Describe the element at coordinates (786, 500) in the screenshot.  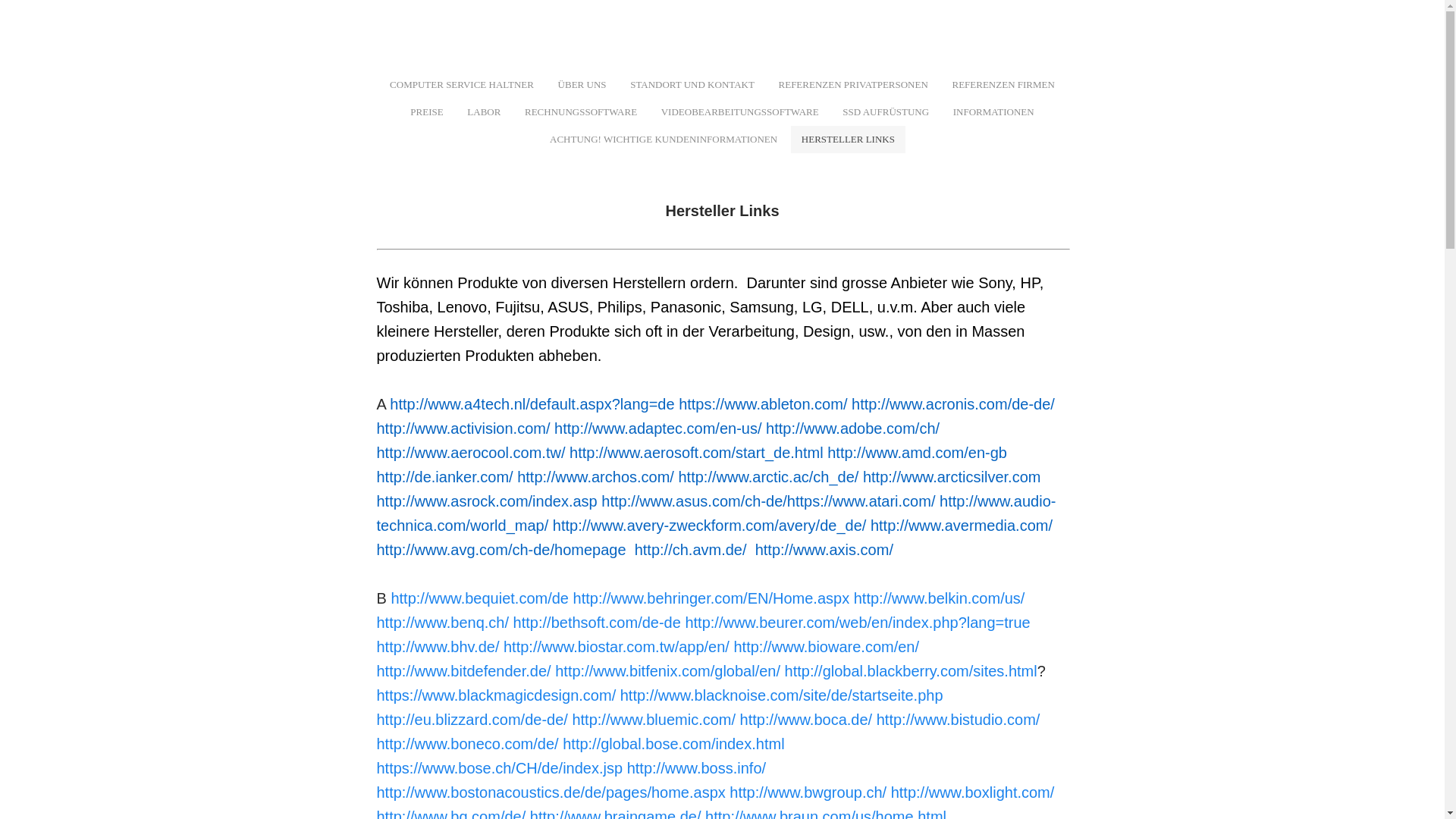
I see `'https://www.atari.com/'` at that location.